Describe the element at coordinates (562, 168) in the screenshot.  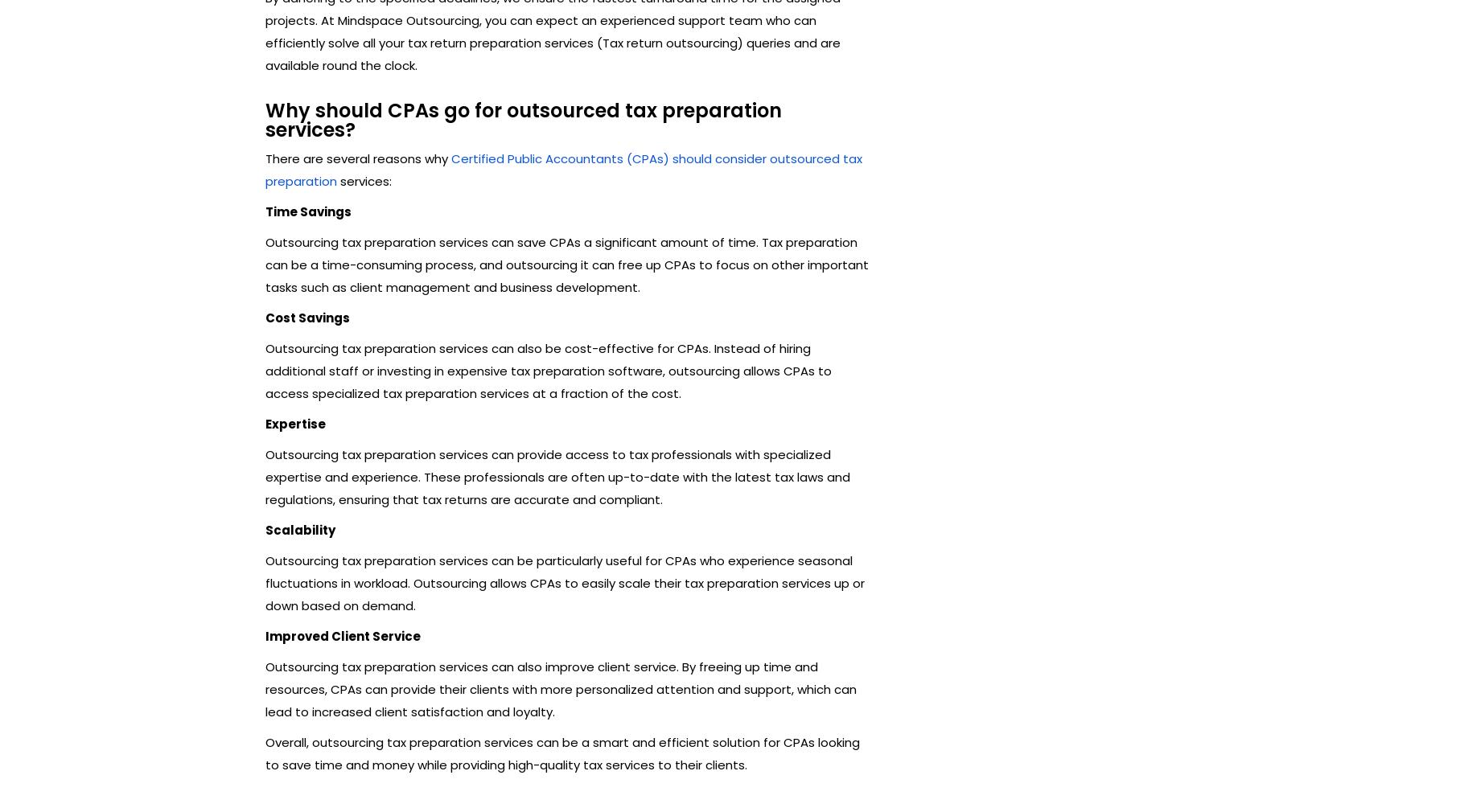
I see `'Certified Public Accountants (CPAs) should consider outsourced tax preparation'` at that location.